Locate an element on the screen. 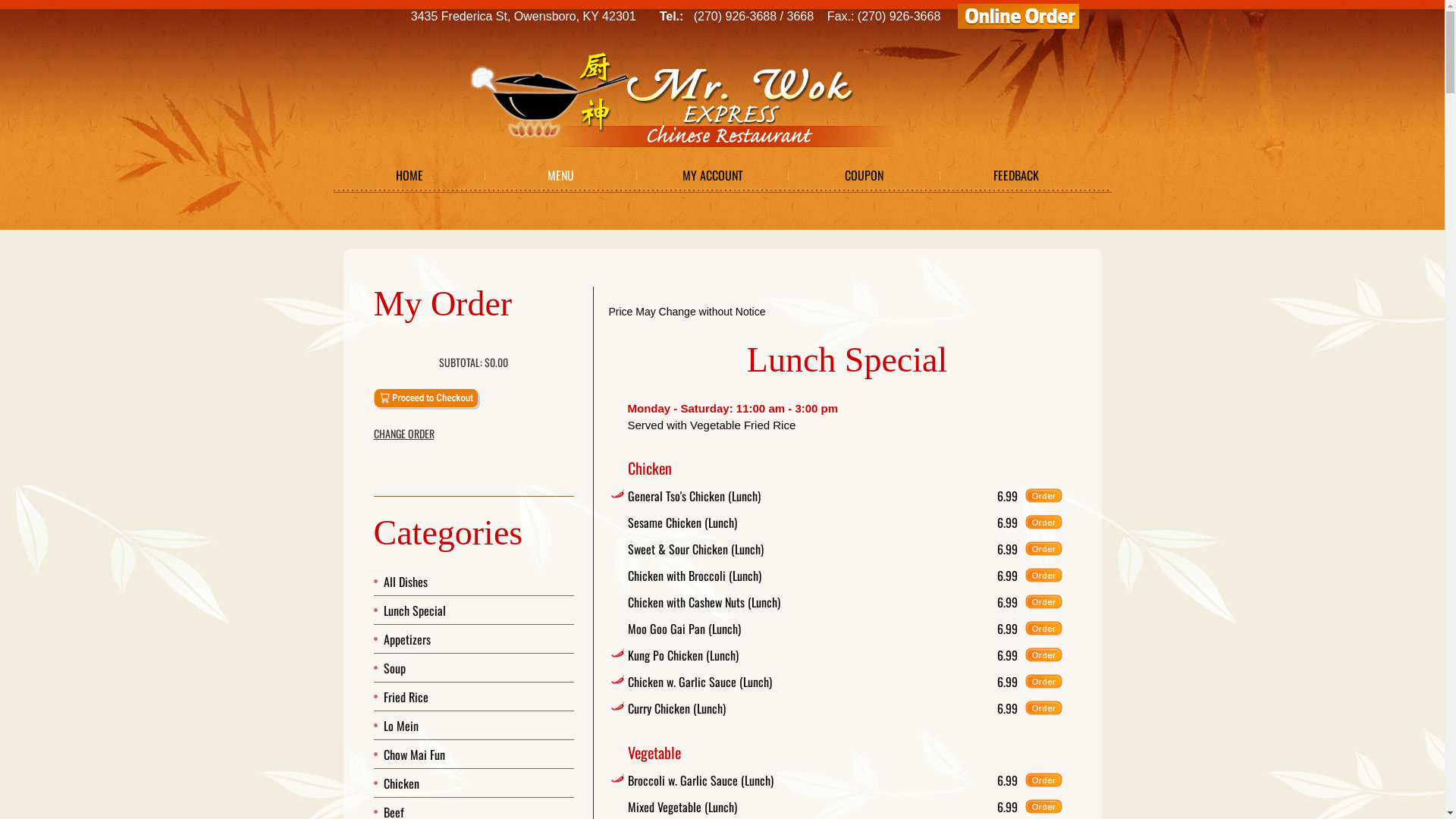 This screenshot has width=1456, height=819. 'HOME' is located at coordinates (409, 174).